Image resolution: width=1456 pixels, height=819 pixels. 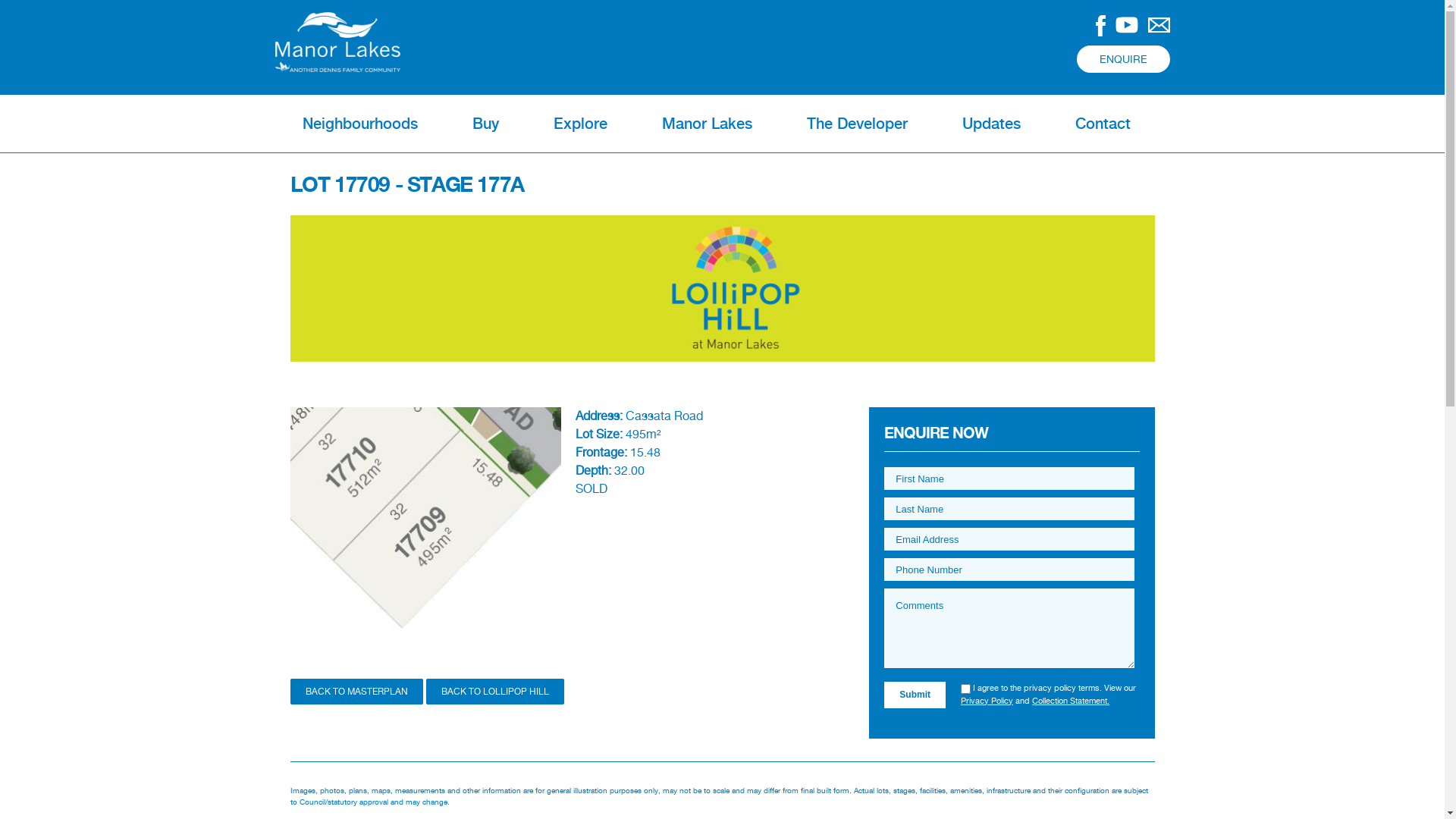 What do you see at coordinates (1103, 122) in the screenshot?
I see `'Contact'` at bounding box center [1103, 122].